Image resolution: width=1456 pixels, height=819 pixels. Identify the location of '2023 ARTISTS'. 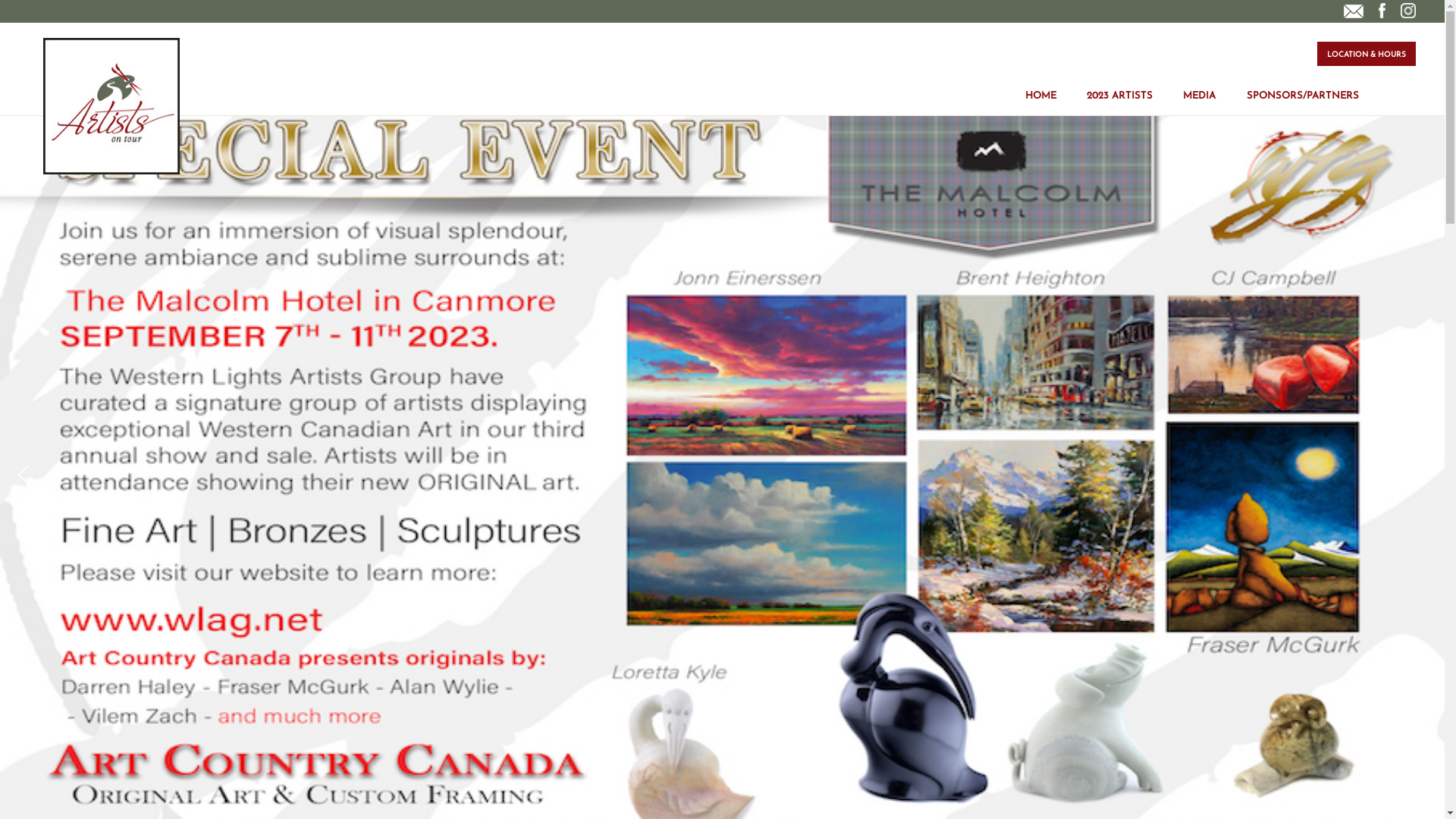
(1086, 84).